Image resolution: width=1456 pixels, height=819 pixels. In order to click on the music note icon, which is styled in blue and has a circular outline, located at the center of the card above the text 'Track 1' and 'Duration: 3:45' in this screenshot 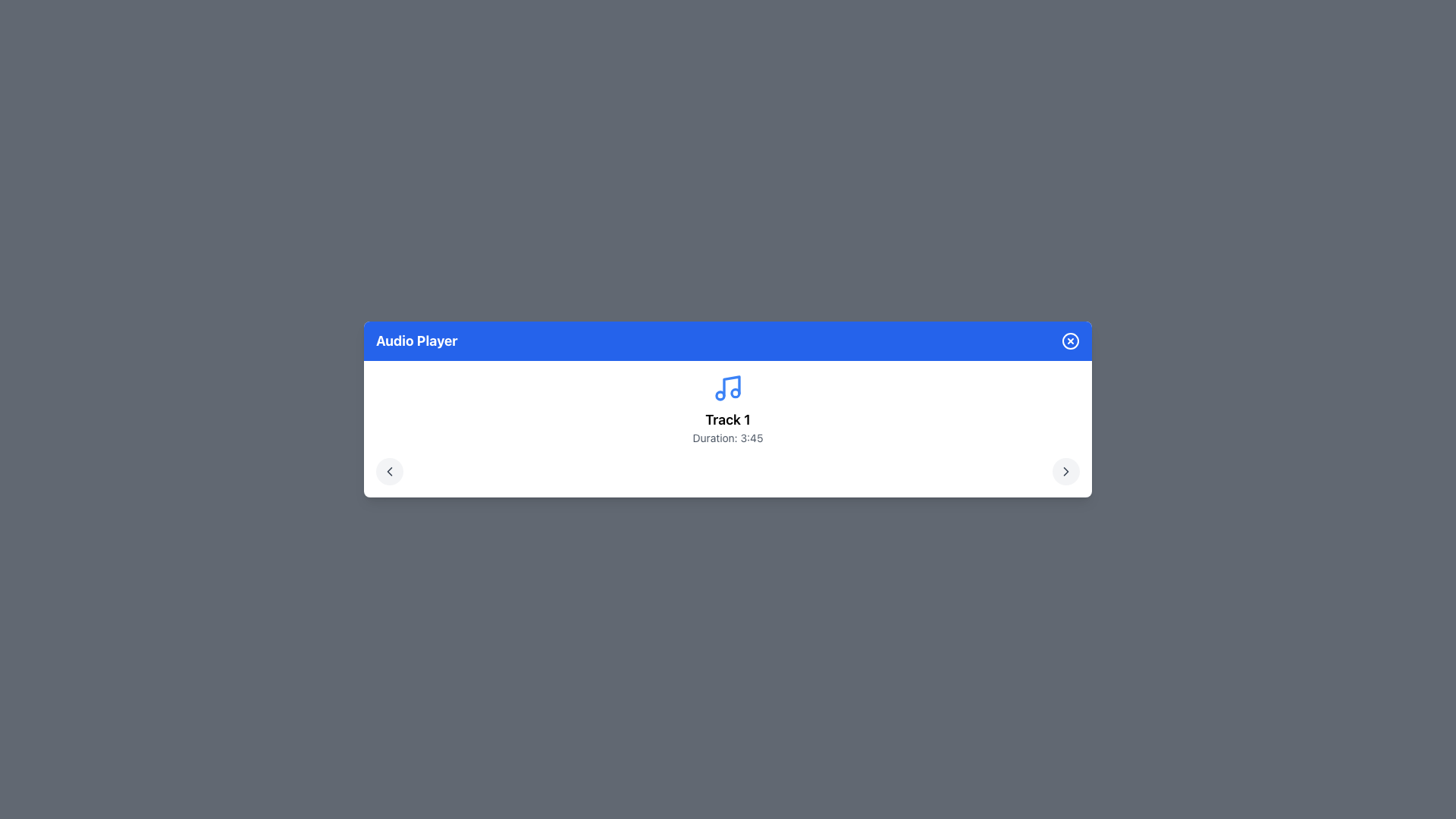, I will do `click(728, 388)`.